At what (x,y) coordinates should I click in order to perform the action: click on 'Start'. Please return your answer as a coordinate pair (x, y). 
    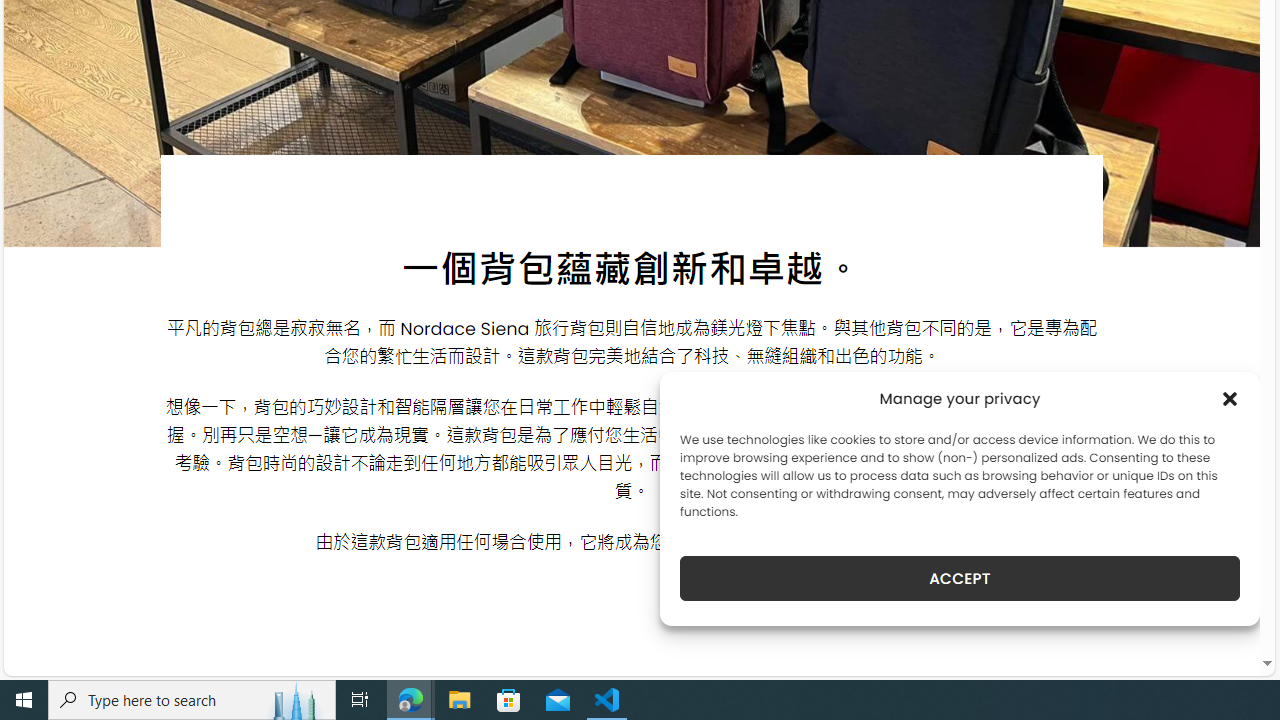
    Looking at the image, I should click on (24, 698).